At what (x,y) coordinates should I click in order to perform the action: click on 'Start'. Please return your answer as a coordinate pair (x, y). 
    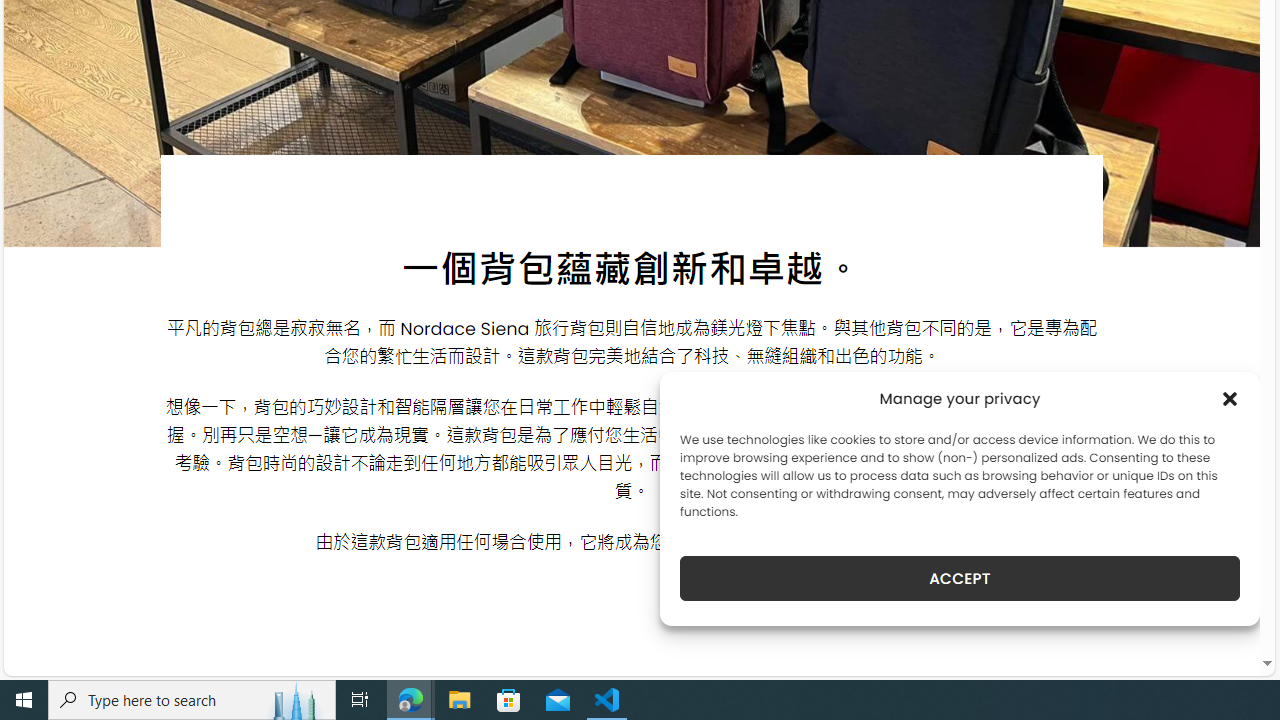
    Looking at the image, I should click on (24, 698).